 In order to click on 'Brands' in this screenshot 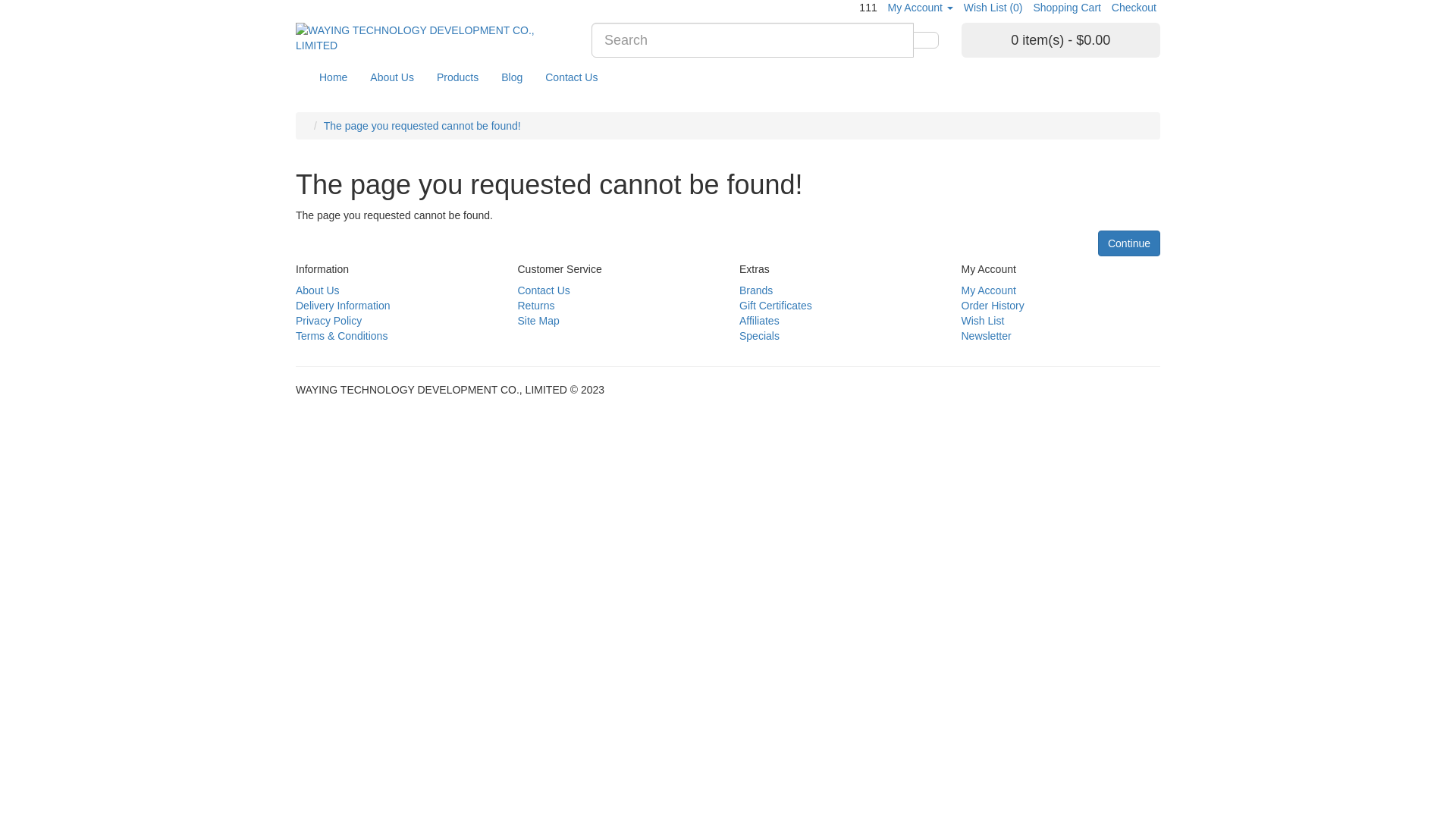, I will do `click(756, 290)`.